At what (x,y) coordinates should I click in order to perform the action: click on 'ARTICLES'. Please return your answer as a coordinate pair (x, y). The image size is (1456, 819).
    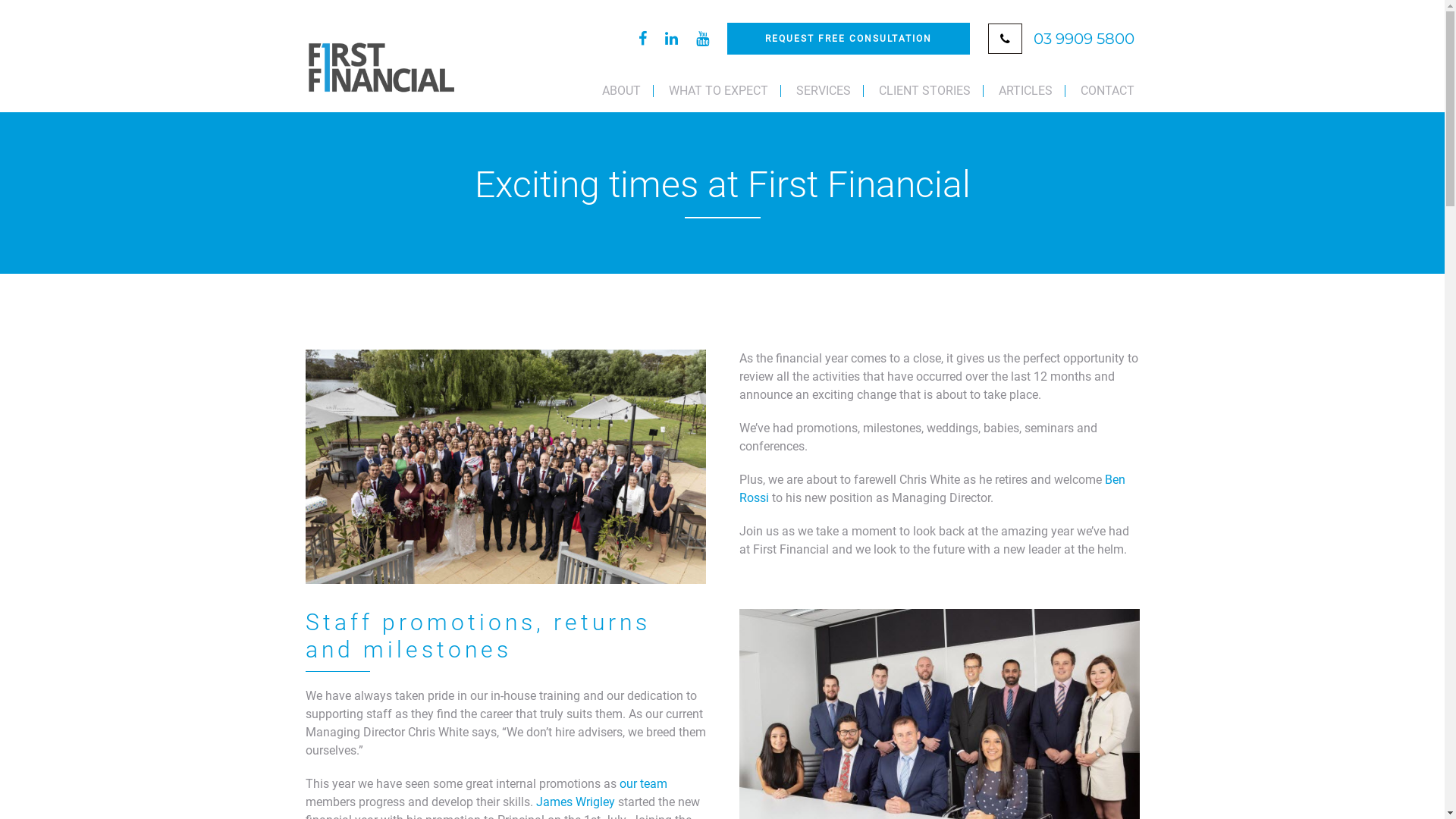
    Looking at the image, I should click on (986, 90).